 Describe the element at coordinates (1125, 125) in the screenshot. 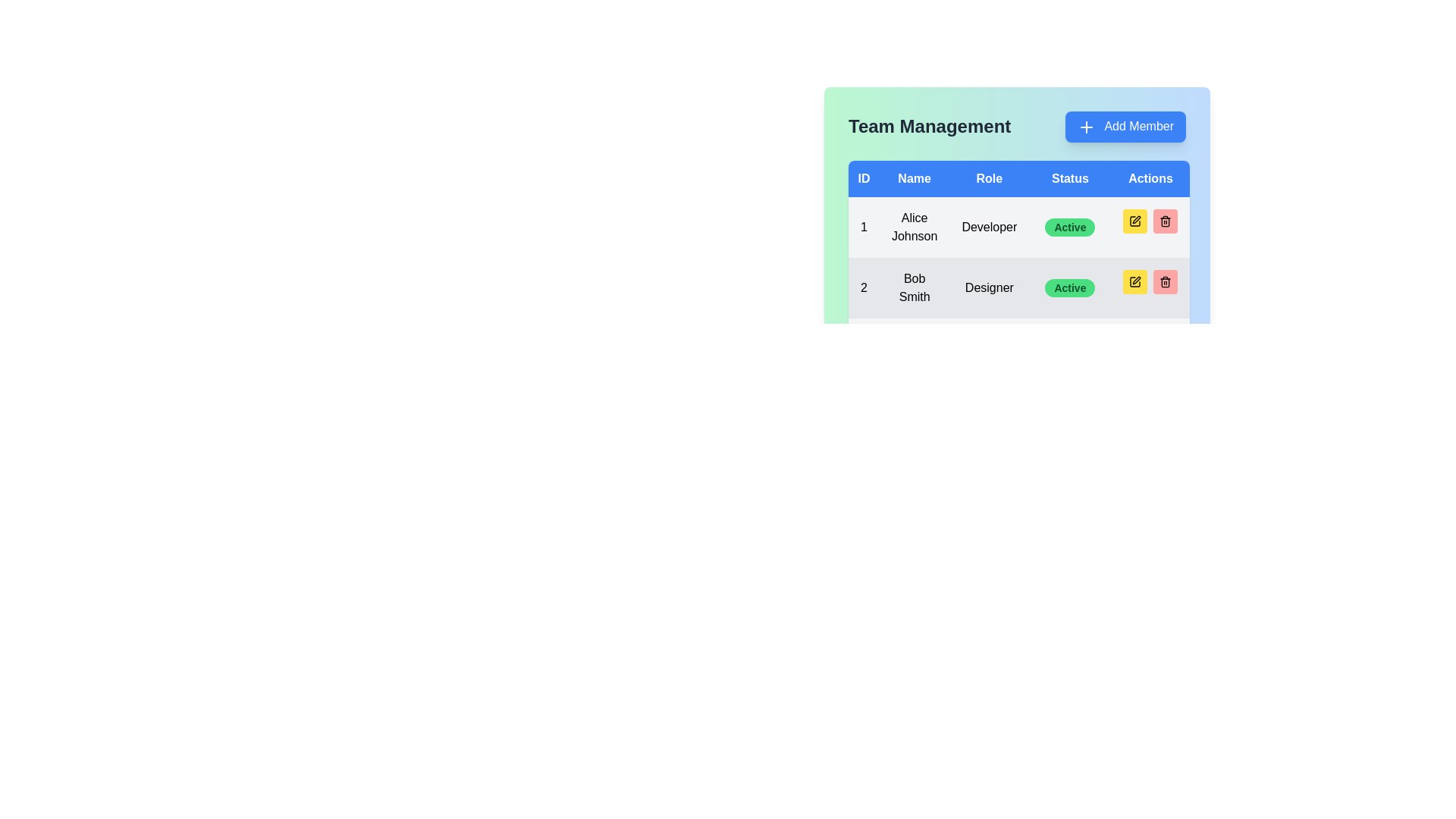

I see `the blue button with rounded corners labeled 'Add Member'` at that location.